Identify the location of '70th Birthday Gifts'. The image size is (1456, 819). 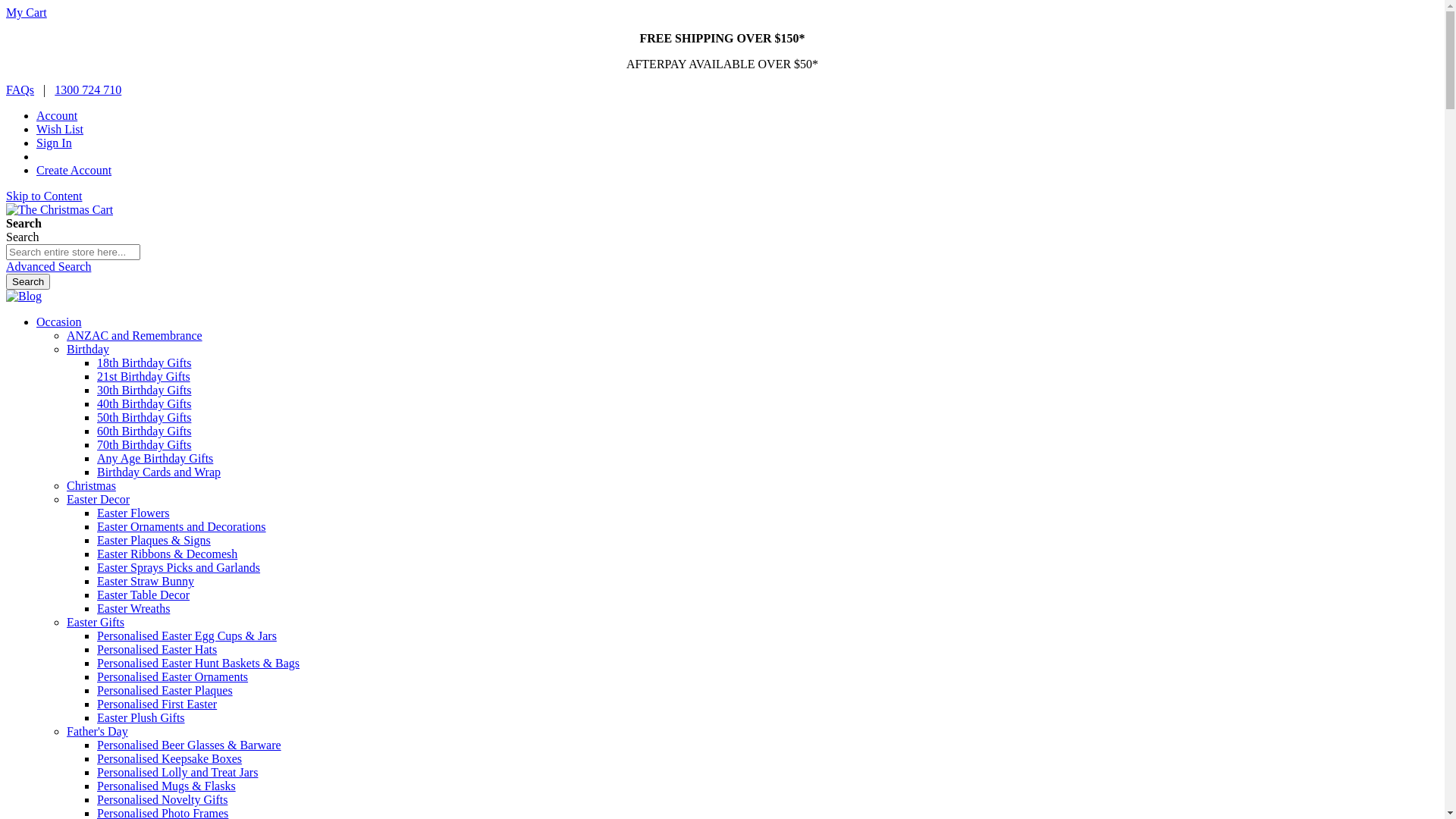
(144, 444).